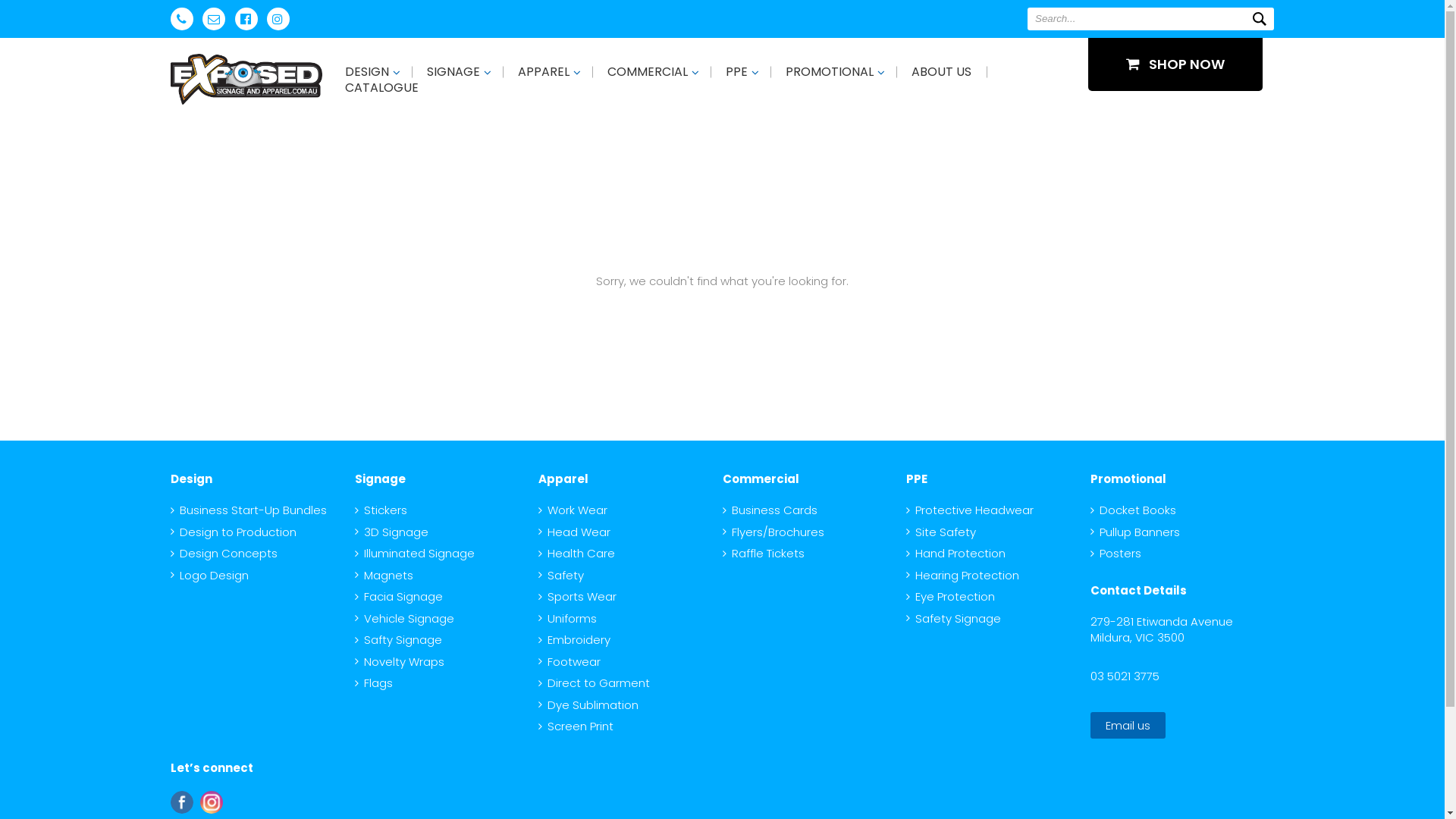 Image resolution: width=1456 pixels, height=819 pixels. Describe the element at coordinates (772, 530) in the screenshot. I see `'Flyers/Brochures'` at that location.